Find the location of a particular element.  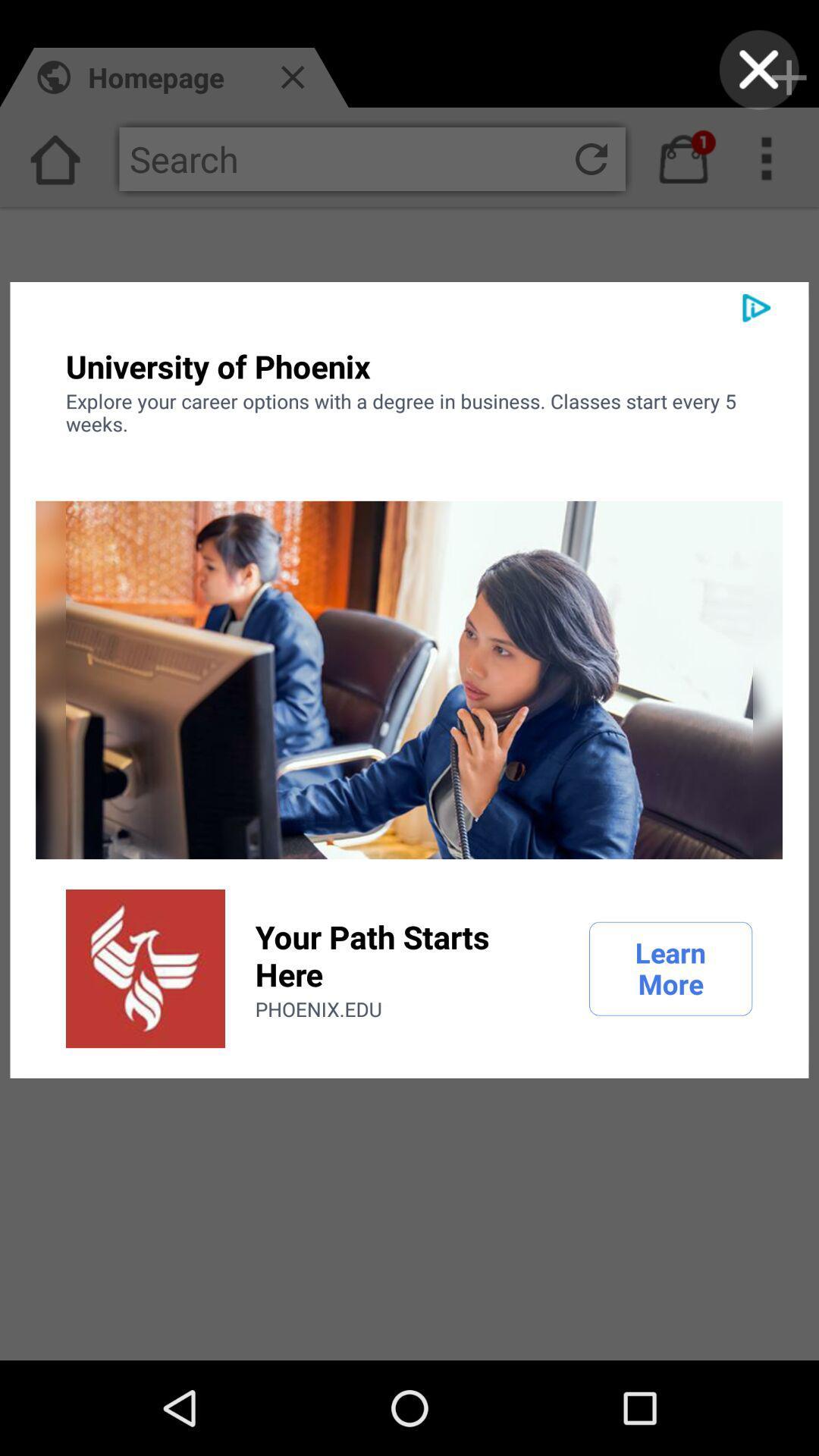

the item next to the your path starts is located at coordinates (146, 968).